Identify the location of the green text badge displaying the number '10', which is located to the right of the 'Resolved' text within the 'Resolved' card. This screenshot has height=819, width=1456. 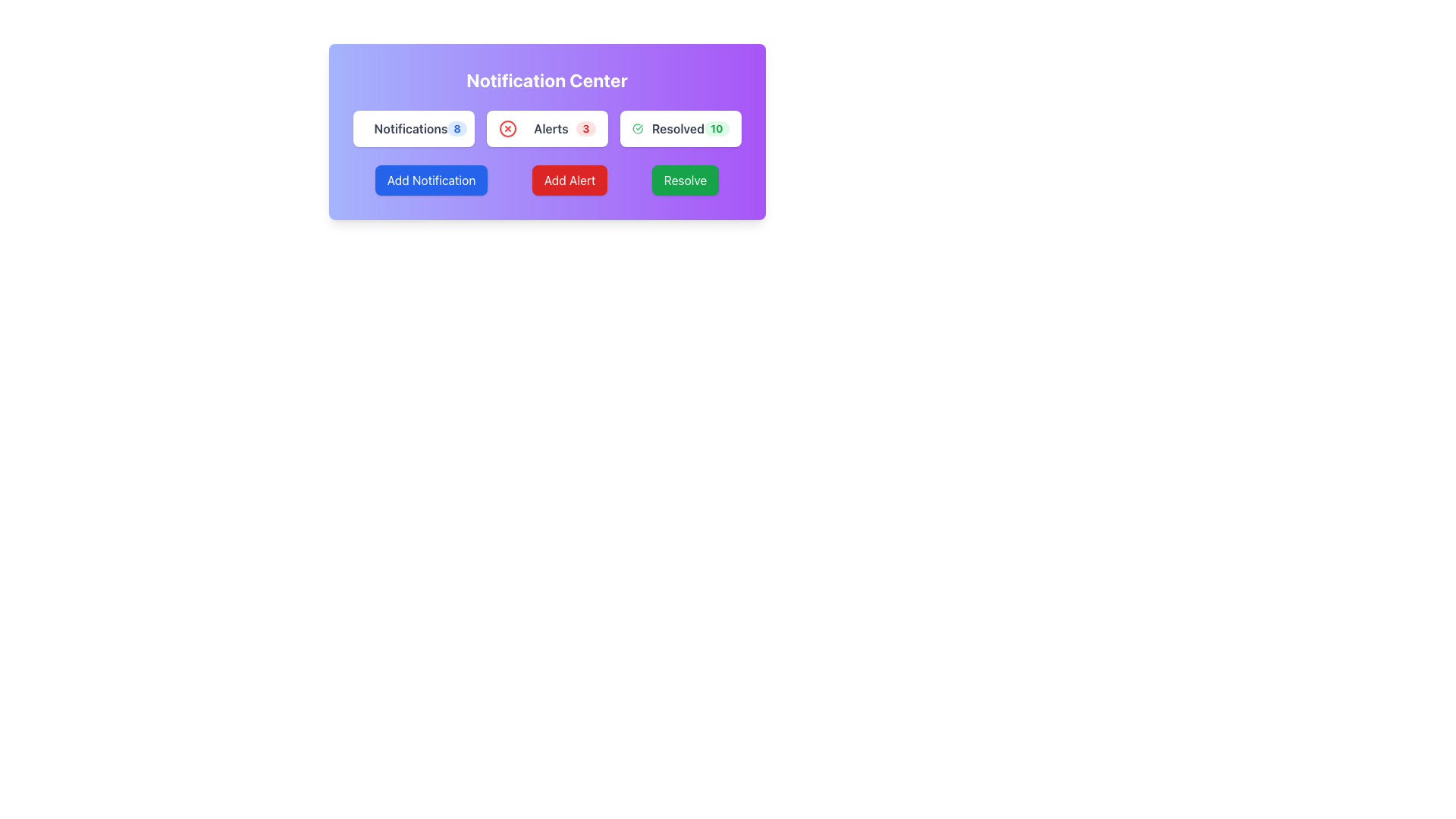
(716, 127).